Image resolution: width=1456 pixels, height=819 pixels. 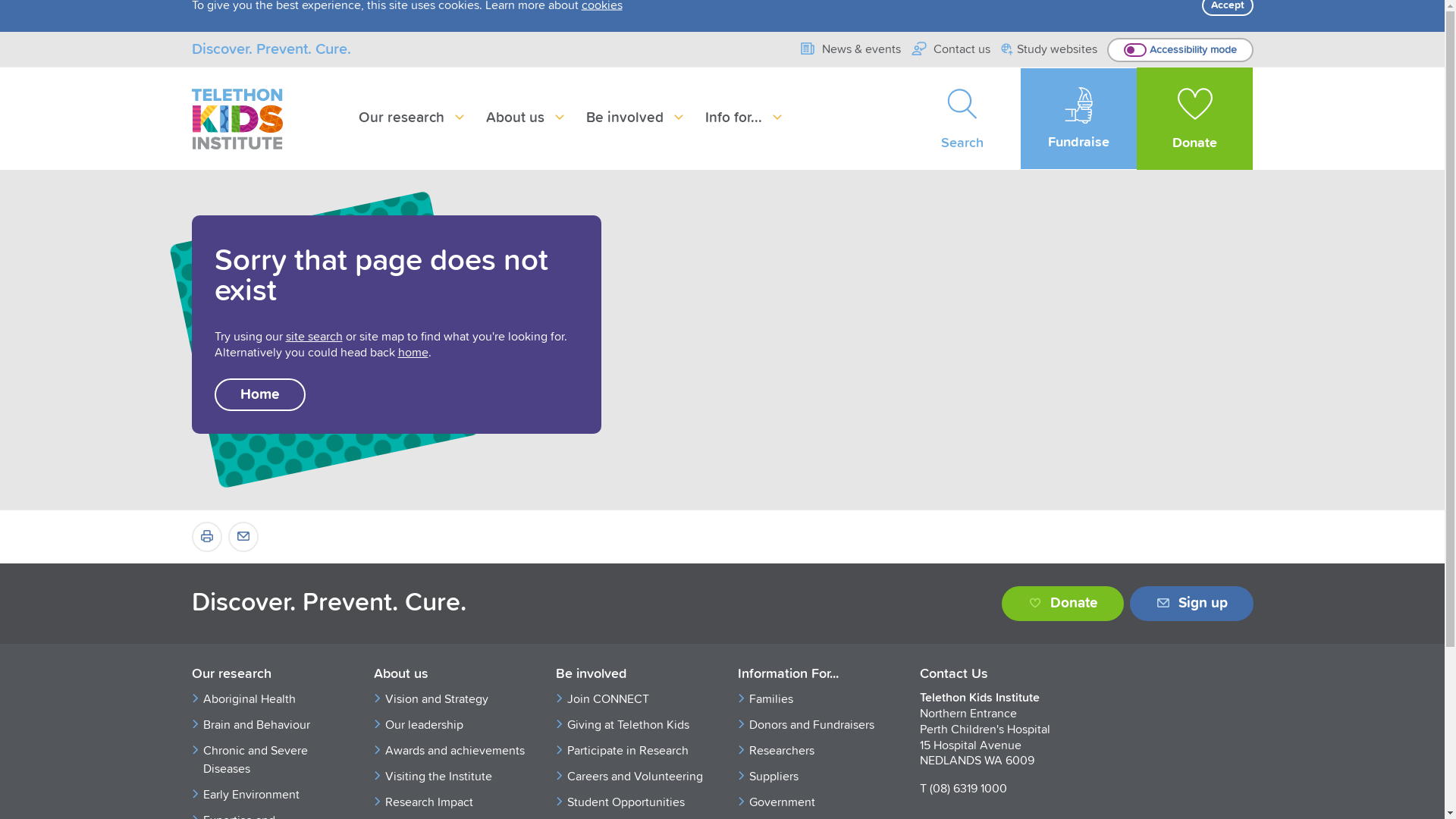 What do you see at coordinates (273, 724) in the screenshot?
I see `'Brain and Behaviour'` at bounding box center [273, 724].